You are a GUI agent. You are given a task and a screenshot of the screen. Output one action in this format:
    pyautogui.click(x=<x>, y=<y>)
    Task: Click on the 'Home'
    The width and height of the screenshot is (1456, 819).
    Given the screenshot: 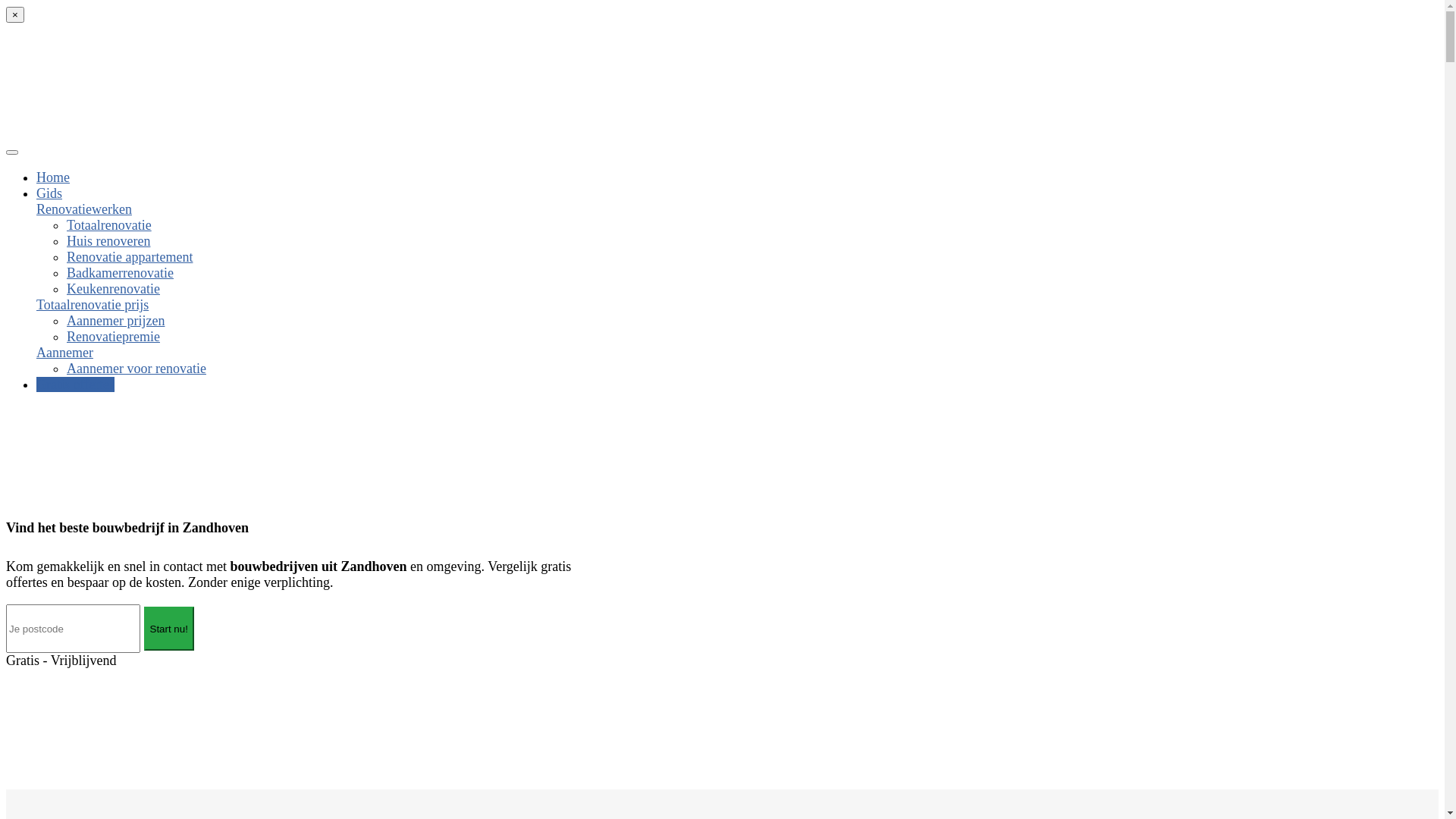 What is the action you would take?
    pyautogui.click(x=53, y=177)
    